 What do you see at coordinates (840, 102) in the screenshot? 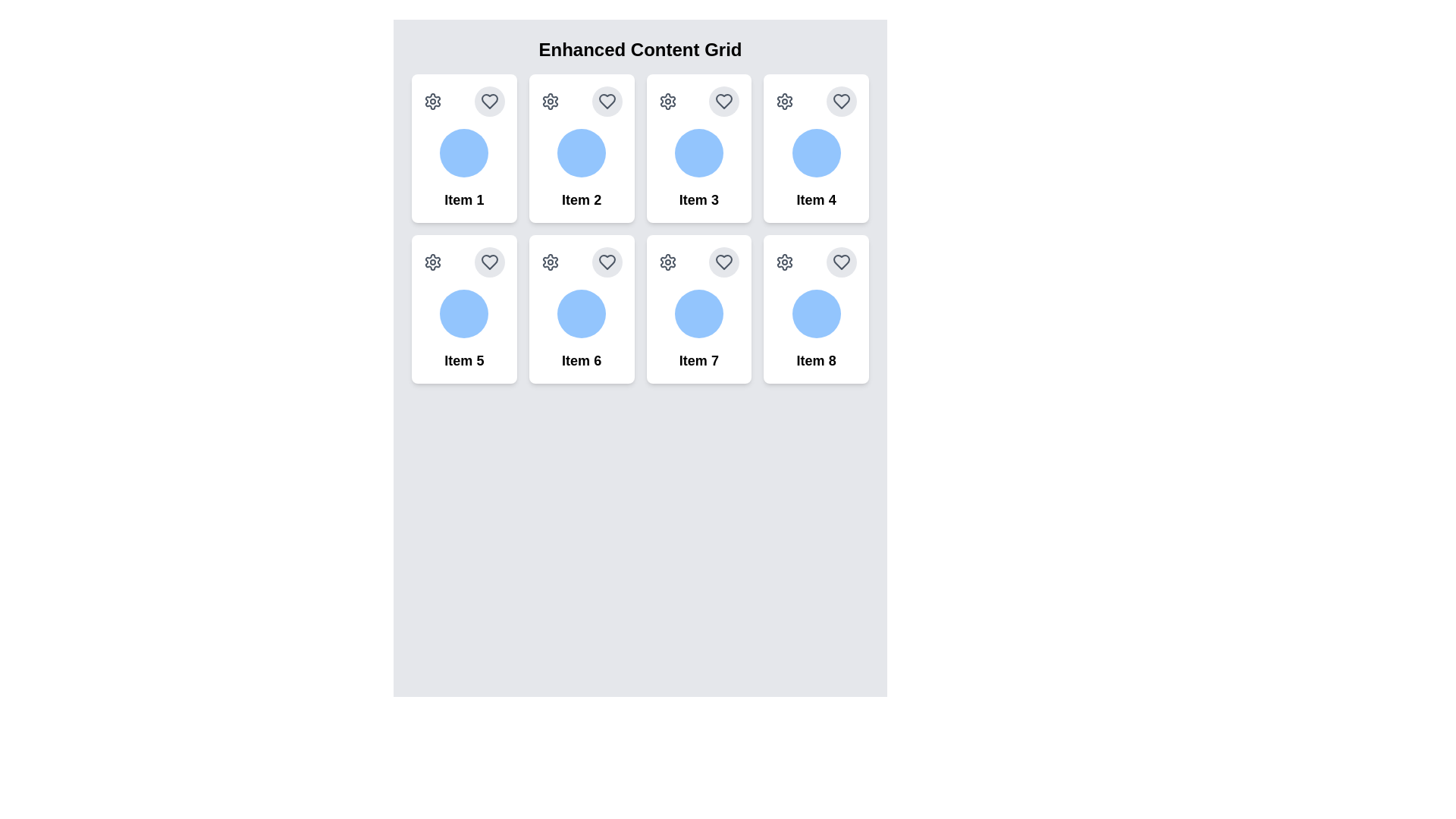
I see `the heart icon located in the top right corner of the card titled 'Item 4', which serves as a toggle for favoriting an item` at bounding box center [840, 102].